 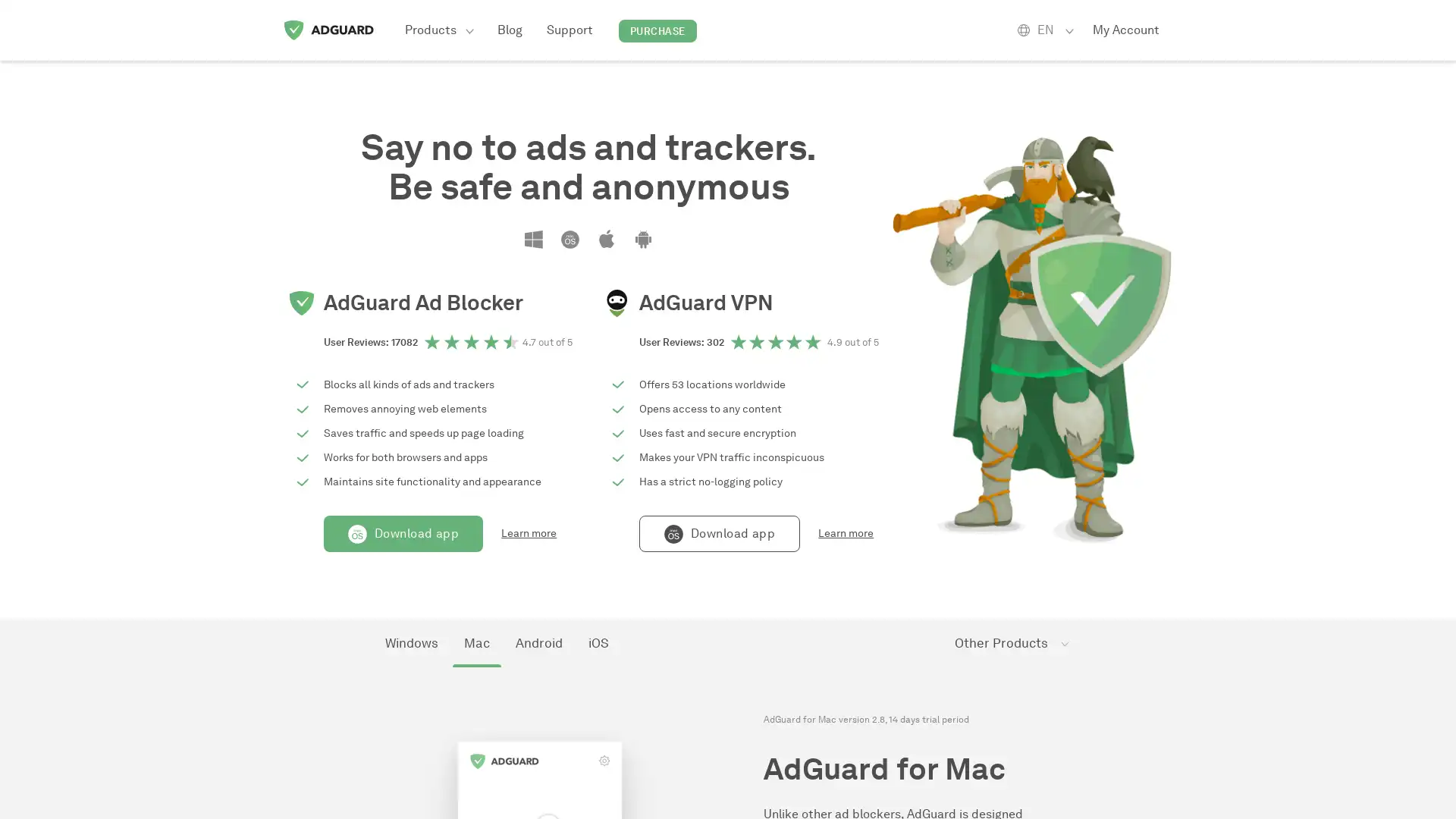 I want to click on iOS, so click(x=598, y=643).